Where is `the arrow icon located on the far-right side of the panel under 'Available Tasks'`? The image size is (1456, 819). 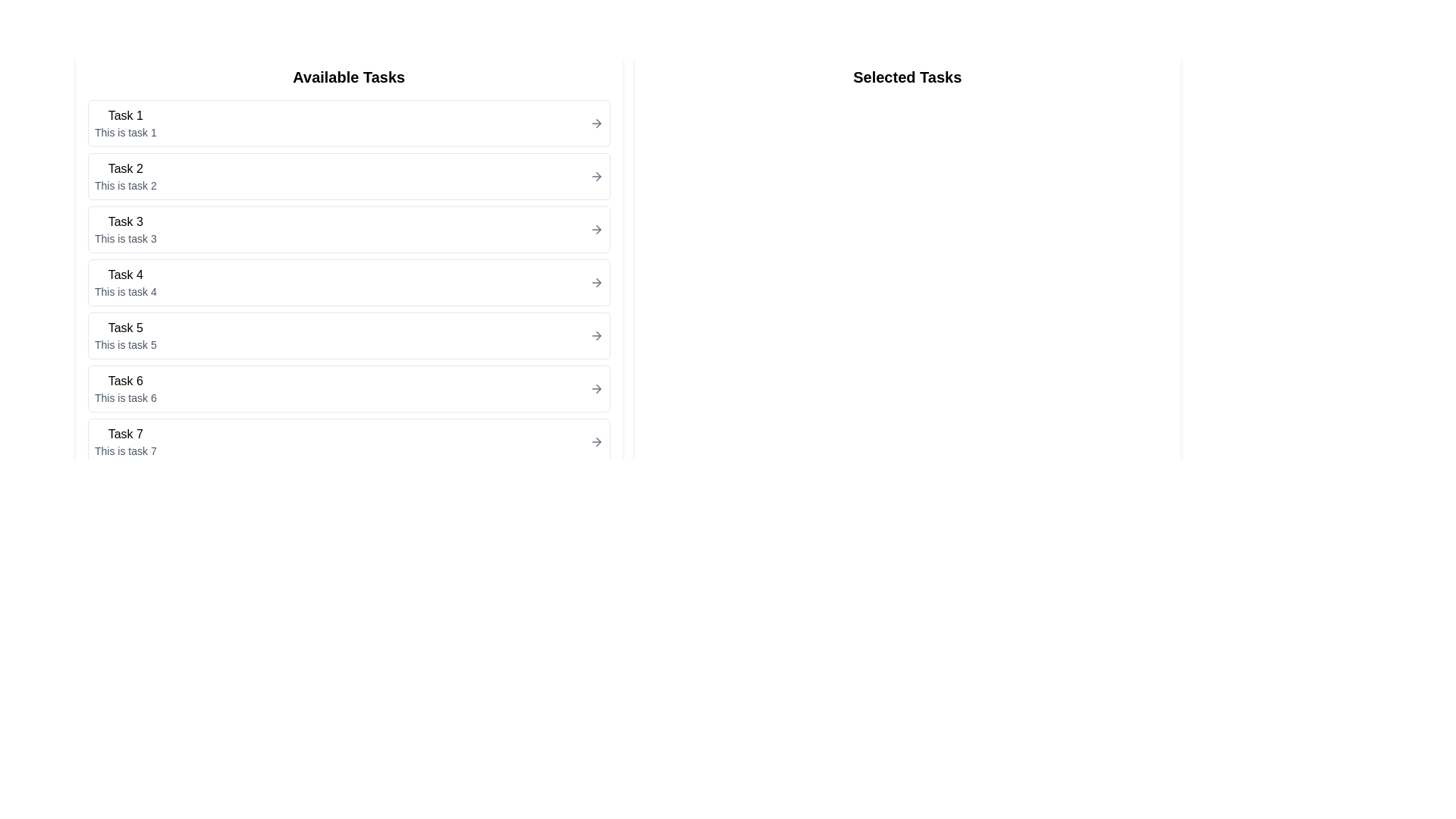
the arrow icon located on the far-right side of the panel under 'Available Tasks' is located at coordinates (595, 122).